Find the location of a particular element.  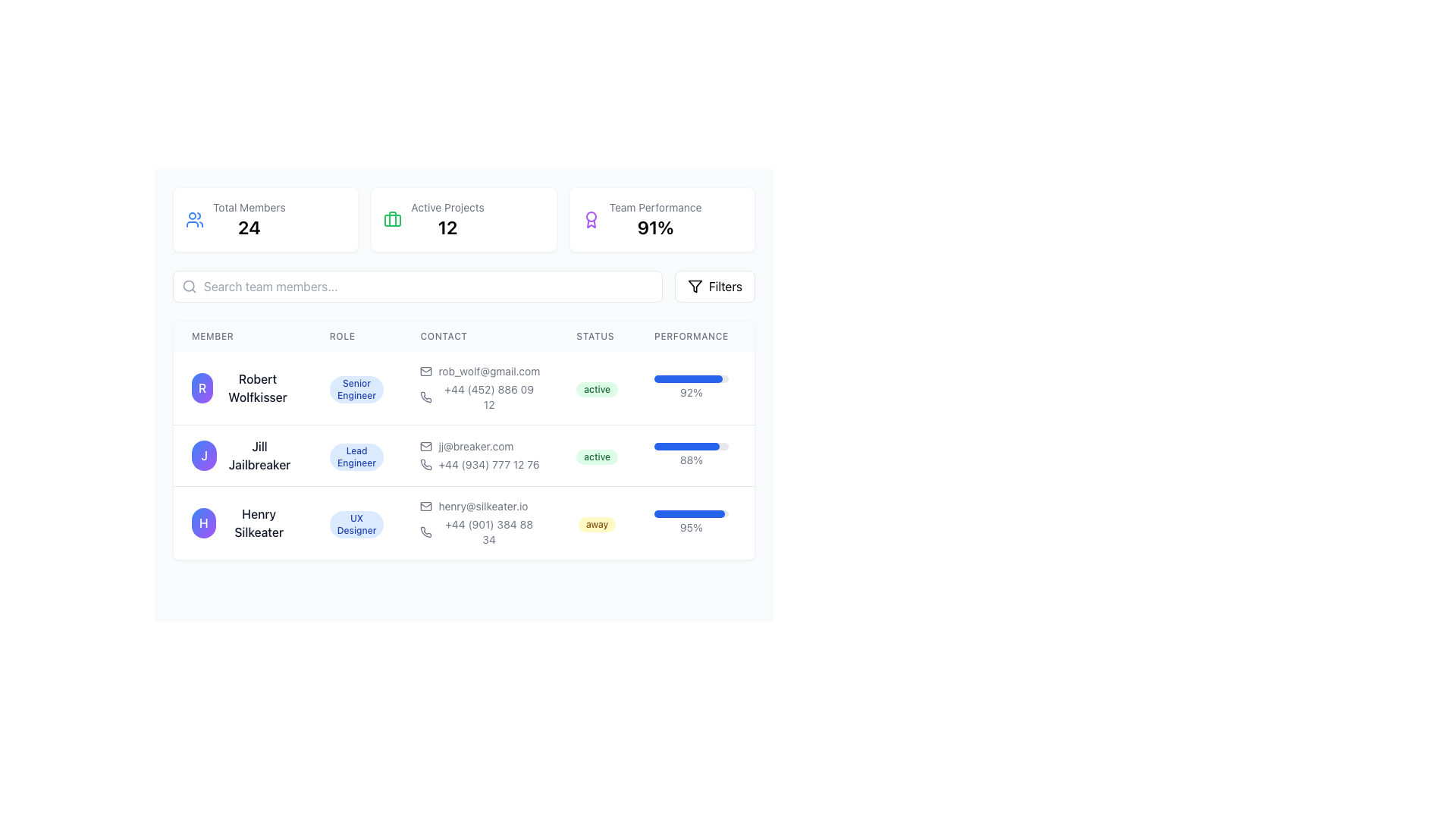

the designation label indicating the job role of 'Robert Wolfkisser' in the 'ROLE' column of the table is located at coordinates (356, 388).